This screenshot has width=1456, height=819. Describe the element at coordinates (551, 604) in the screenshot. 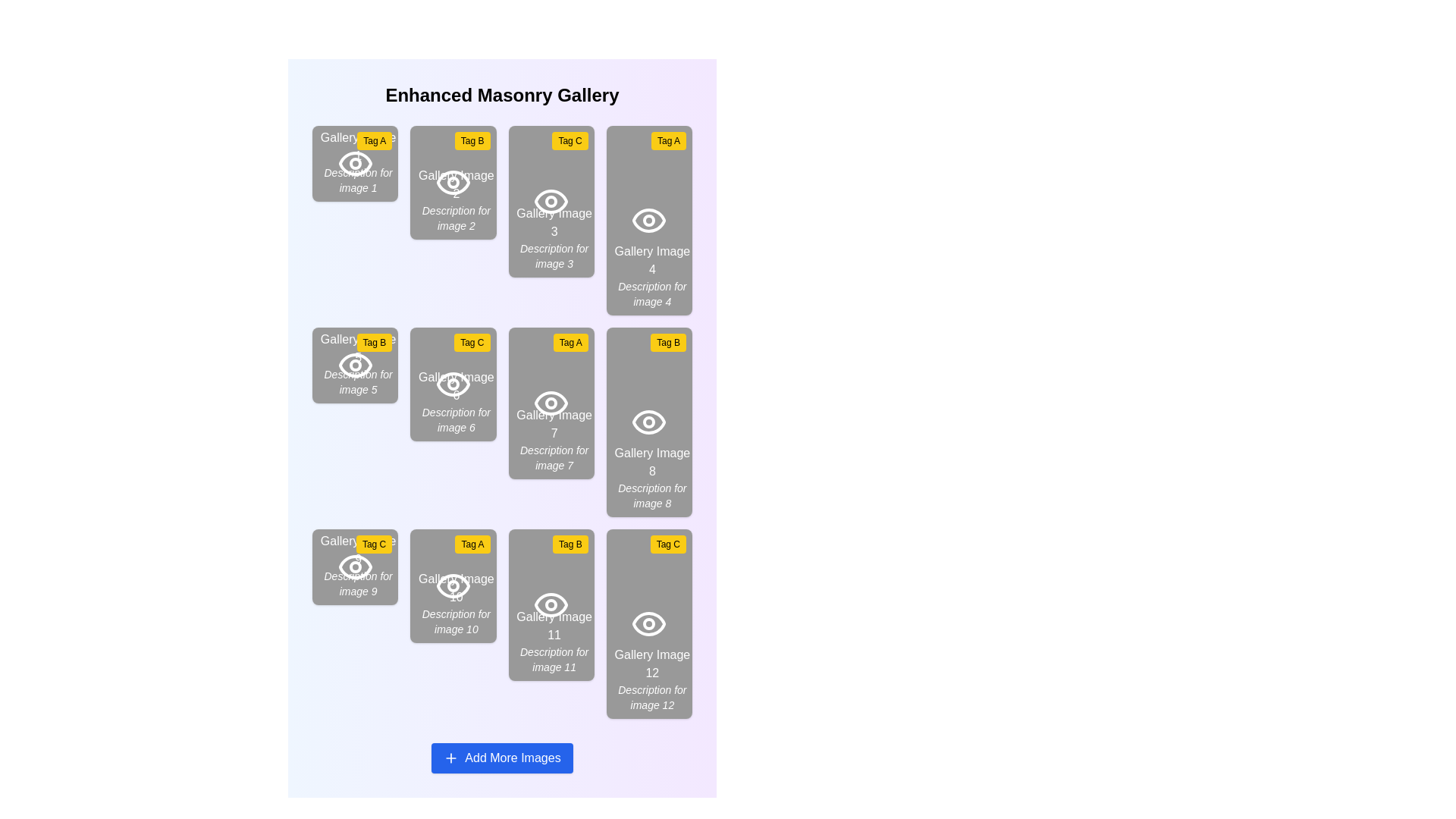

I see `the symbolic icon for preview located in the center of the card labeled 'Gallery Image 11' with tag 'Tag B'` at that location.